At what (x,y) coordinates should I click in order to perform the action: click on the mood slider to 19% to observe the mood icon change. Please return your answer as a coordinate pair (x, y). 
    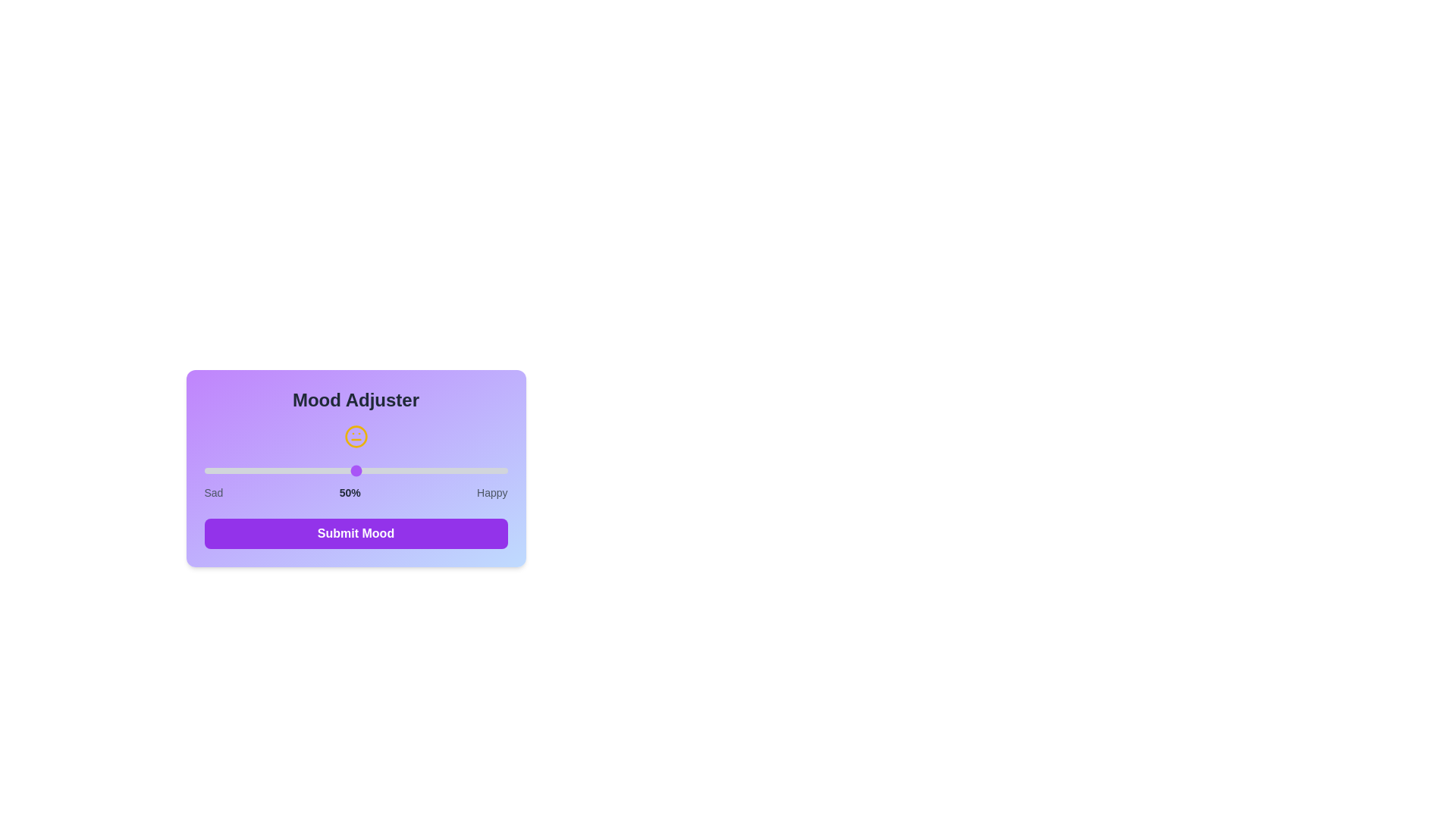
    Looking at the image, I should click on (262, 470).